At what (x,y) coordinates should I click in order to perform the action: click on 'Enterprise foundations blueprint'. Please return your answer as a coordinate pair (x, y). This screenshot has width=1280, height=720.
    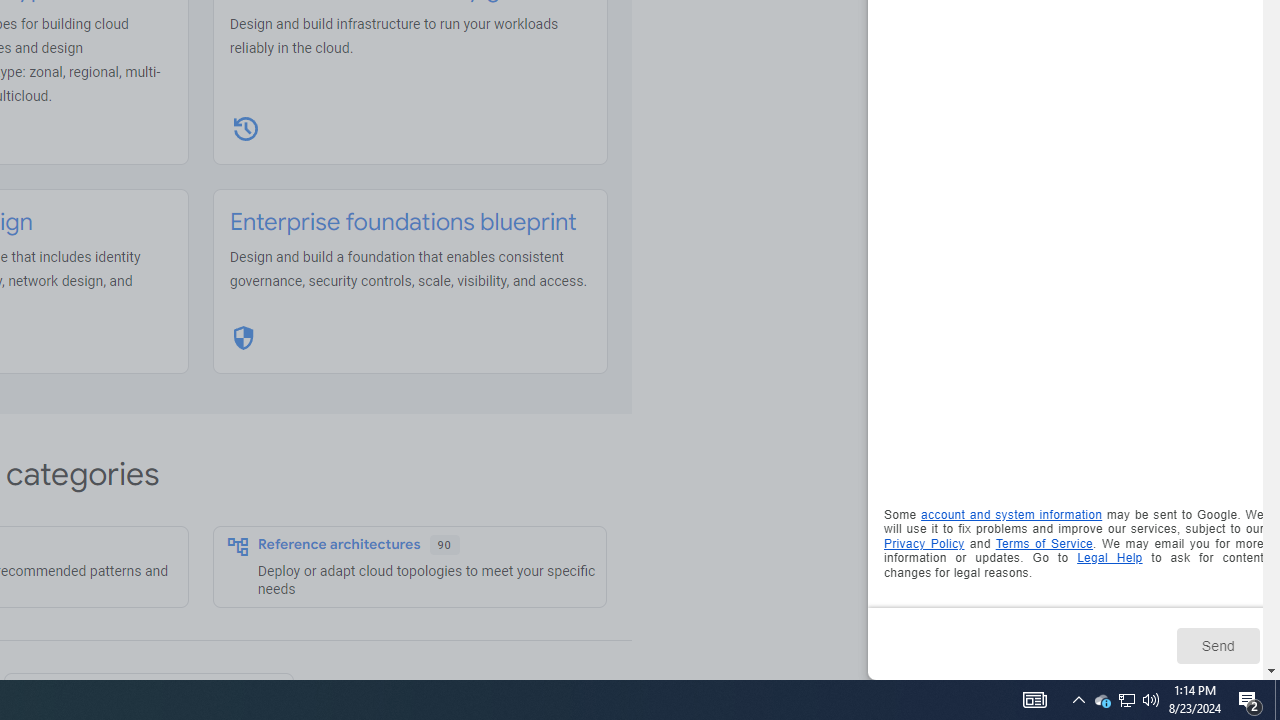
    Looking at the image, I should click on (402, 222).